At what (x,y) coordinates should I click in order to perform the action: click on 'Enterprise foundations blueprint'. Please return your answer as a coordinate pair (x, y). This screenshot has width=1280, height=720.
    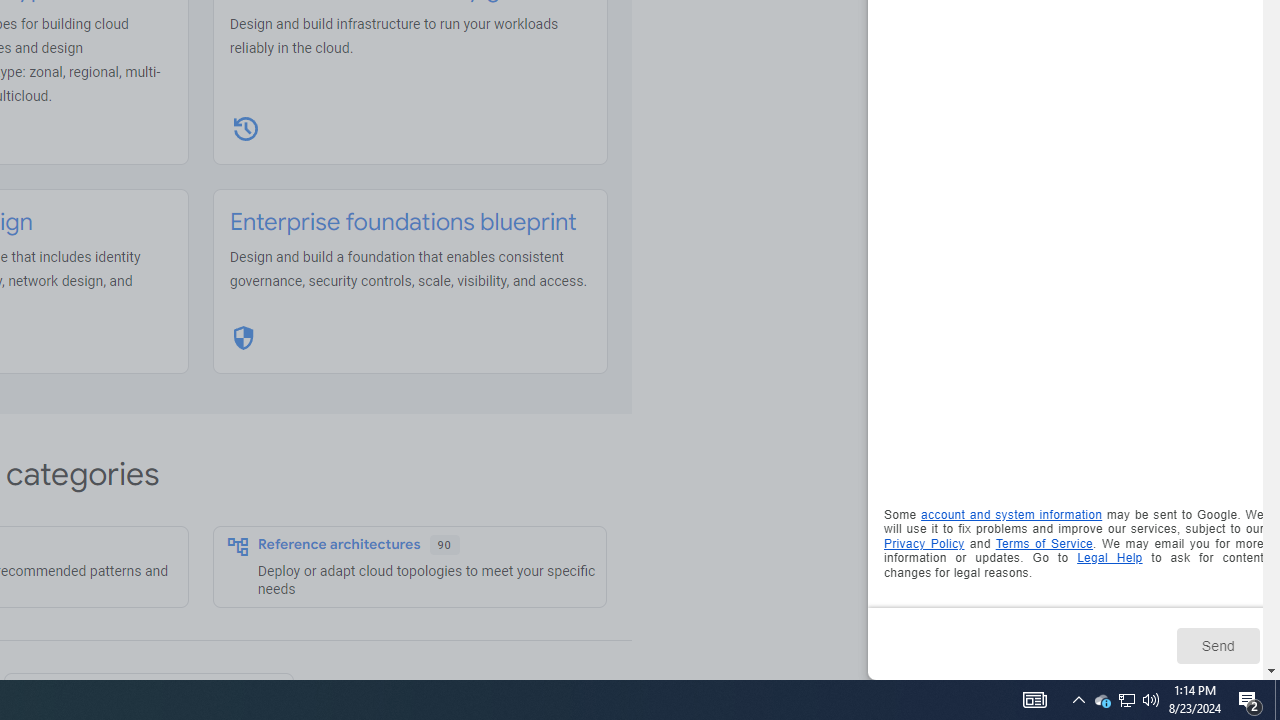
    Looking at the image, I should click on (402, 222).